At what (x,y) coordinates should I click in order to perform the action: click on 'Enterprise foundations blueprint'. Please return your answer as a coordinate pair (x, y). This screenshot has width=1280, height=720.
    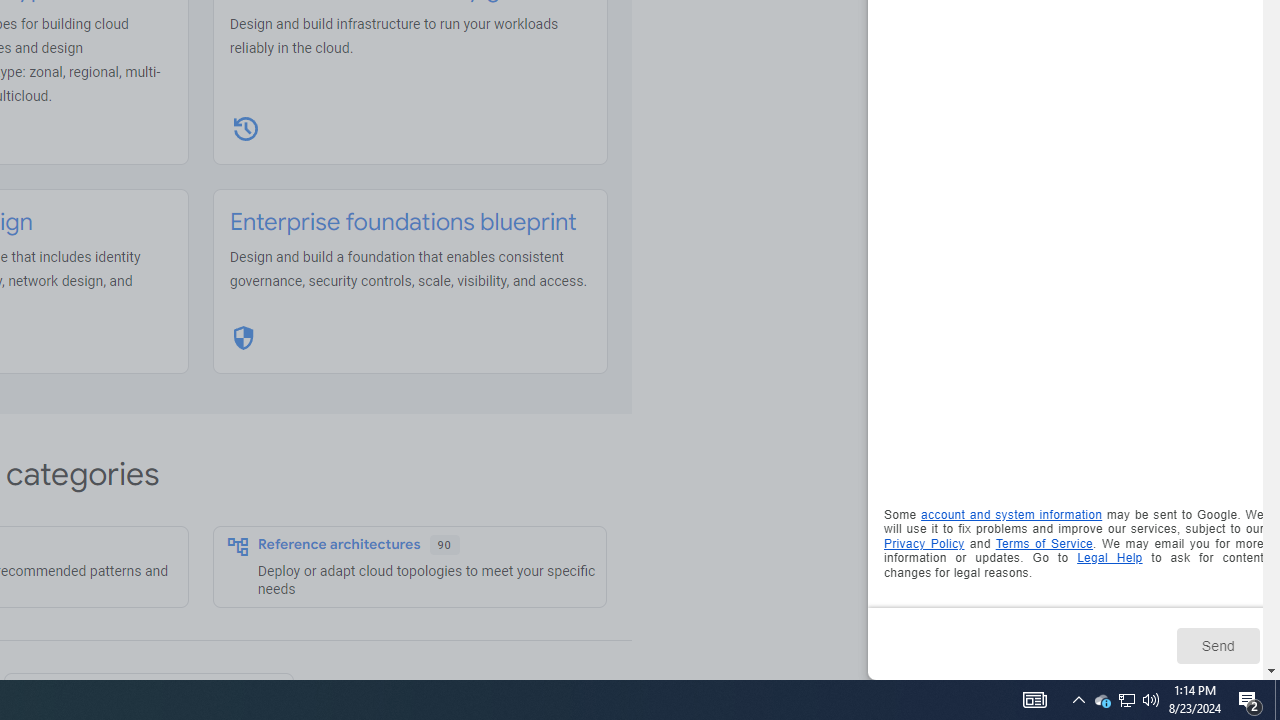
    Looking at the image, I should click on (402, 222).